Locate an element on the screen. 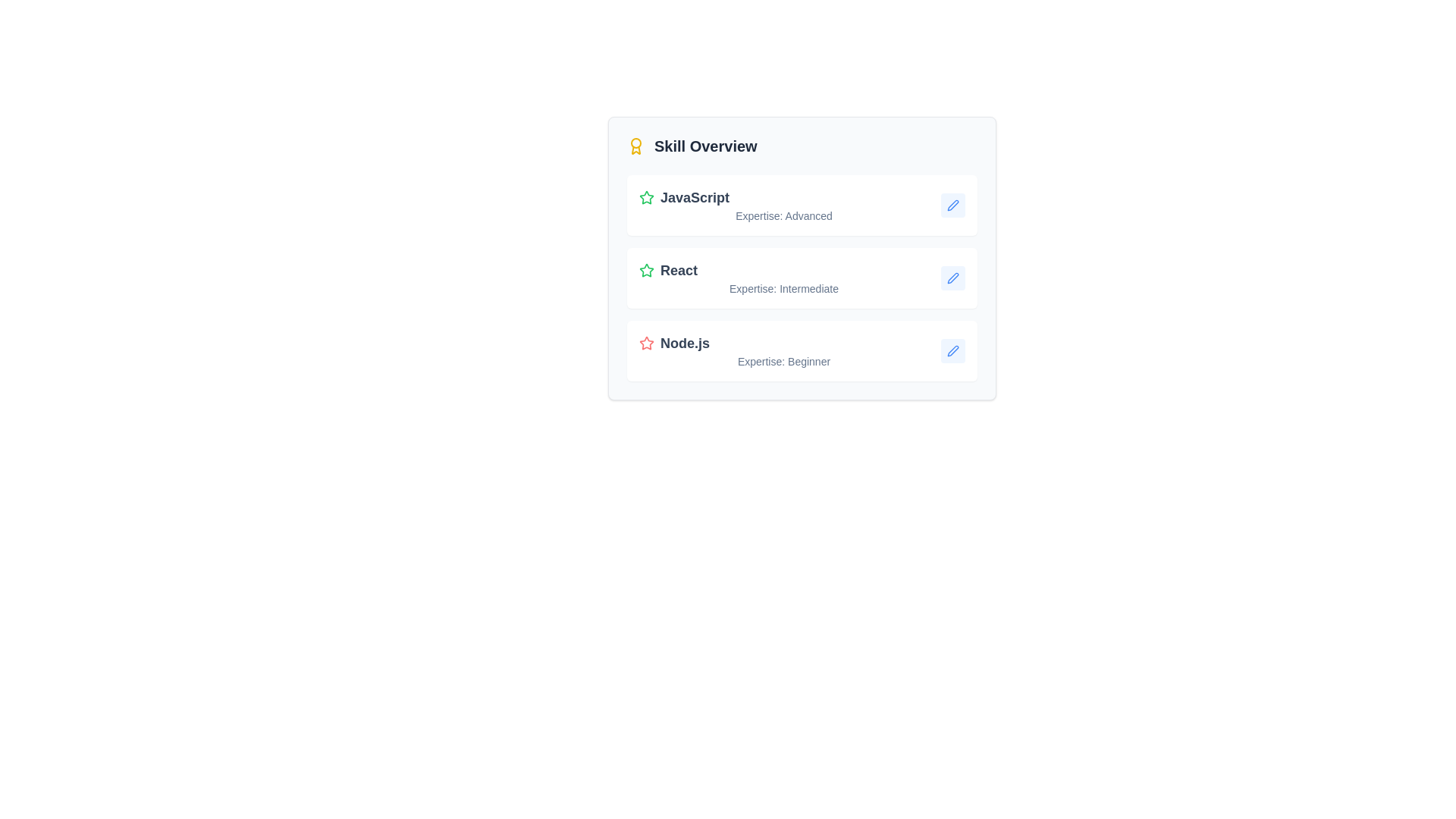 The image size is (1456, 819). the bold text label 'Node.js' located at the bottom entry of the 'Skill Overview' section for navigation or interaction is located at coordinates (683, 343).